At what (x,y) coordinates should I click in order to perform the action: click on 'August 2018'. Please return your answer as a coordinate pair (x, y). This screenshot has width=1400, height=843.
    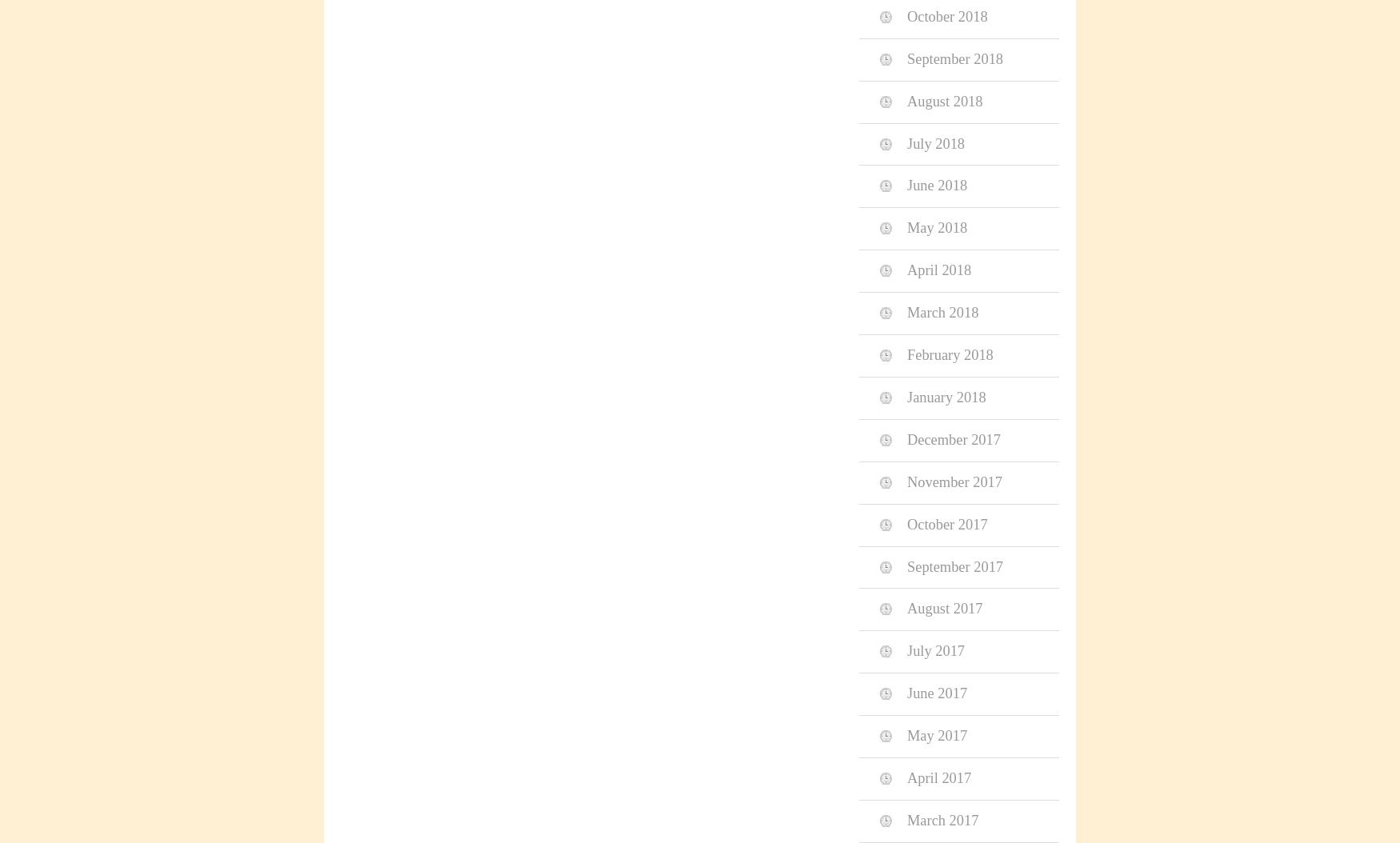
    Looking at the image, I should click on (906, 100).